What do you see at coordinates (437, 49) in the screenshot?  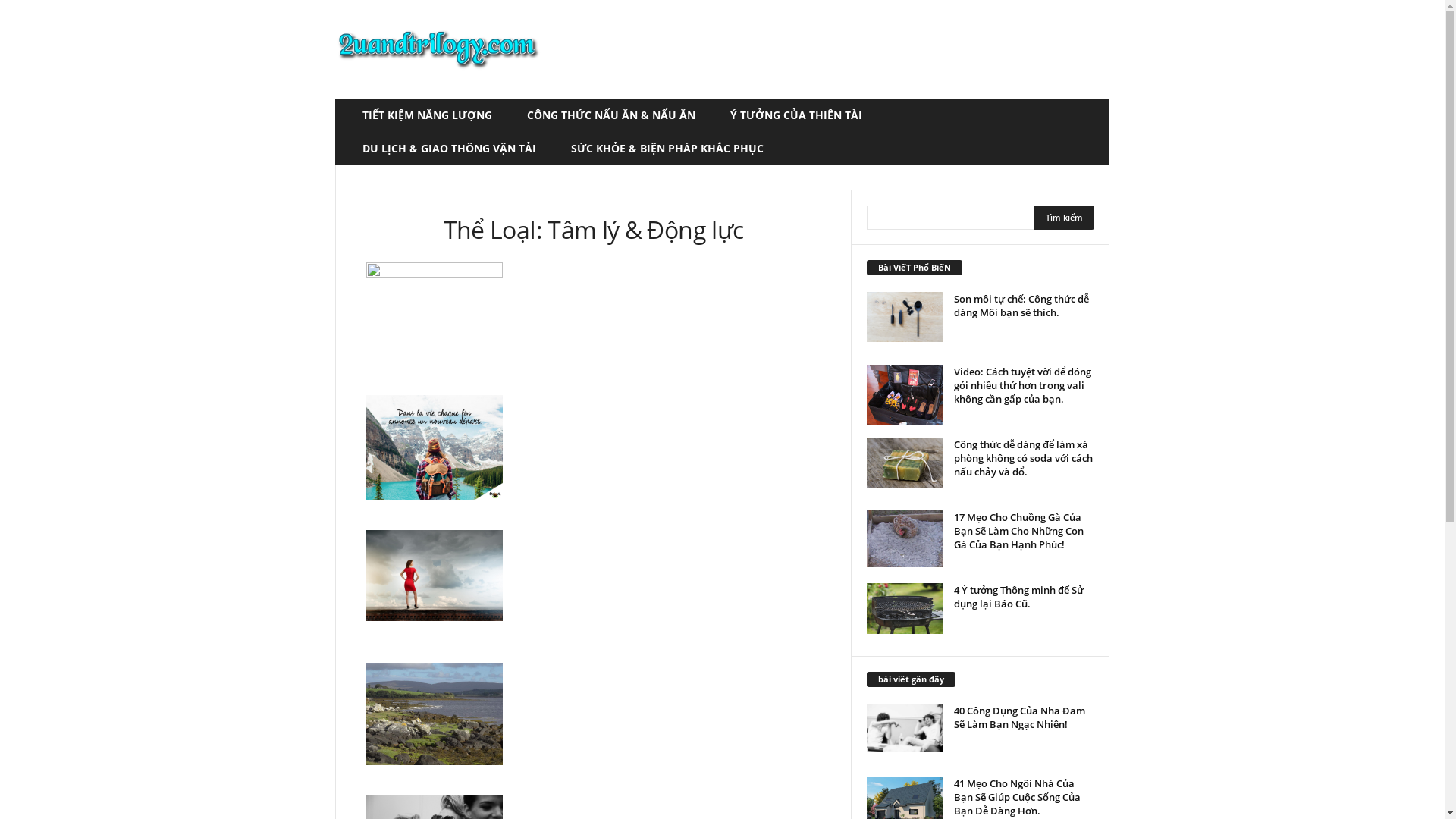 I see `'2uandtrilogy.com'` at bounding box center [437, 49].